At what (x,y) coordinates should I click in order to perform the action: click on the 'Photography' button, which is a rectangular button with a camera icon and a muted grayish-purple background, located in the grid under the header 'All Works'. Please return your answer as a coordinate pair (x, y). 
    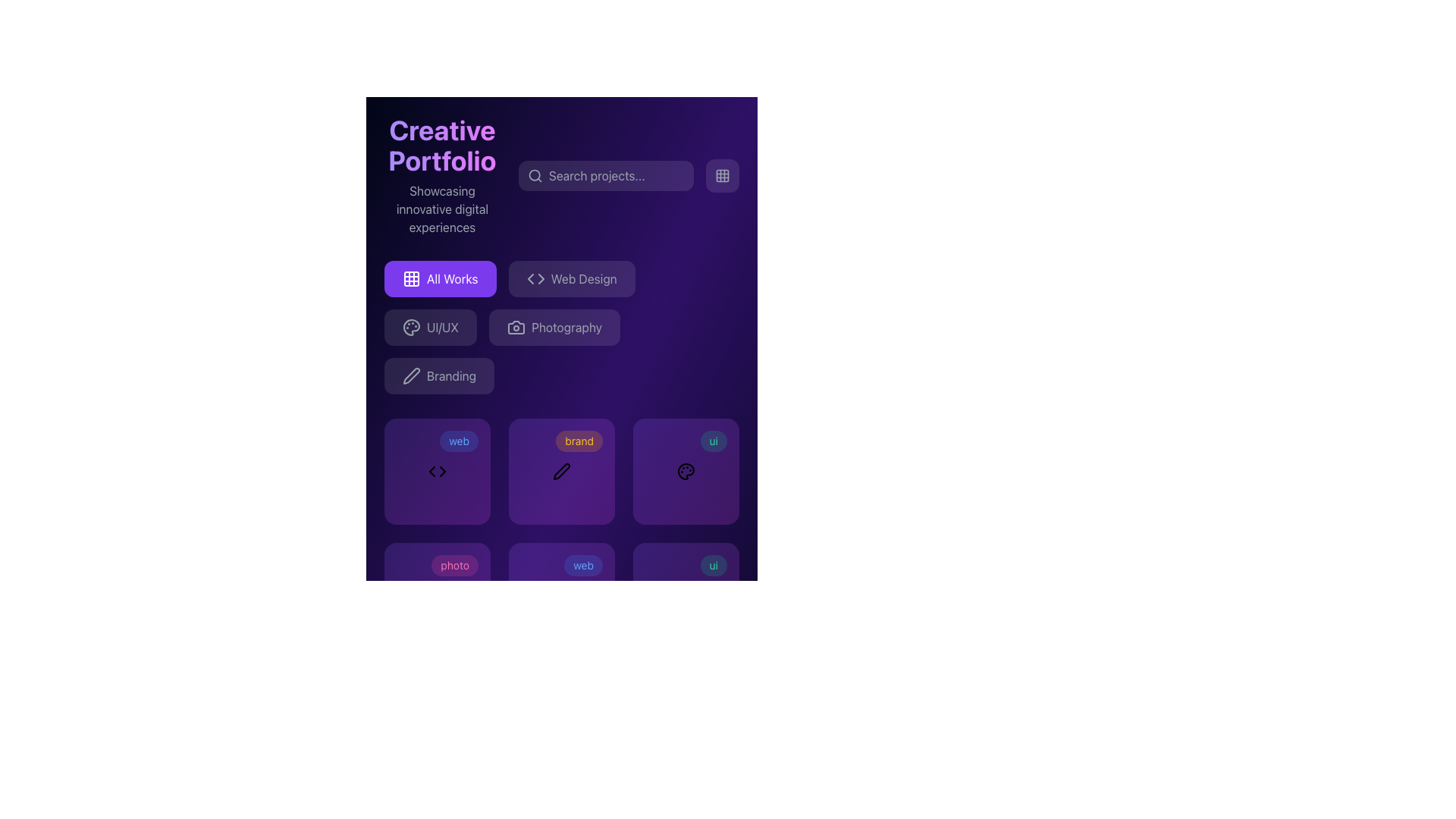
    Looking at the image, I should click on (560, 327).